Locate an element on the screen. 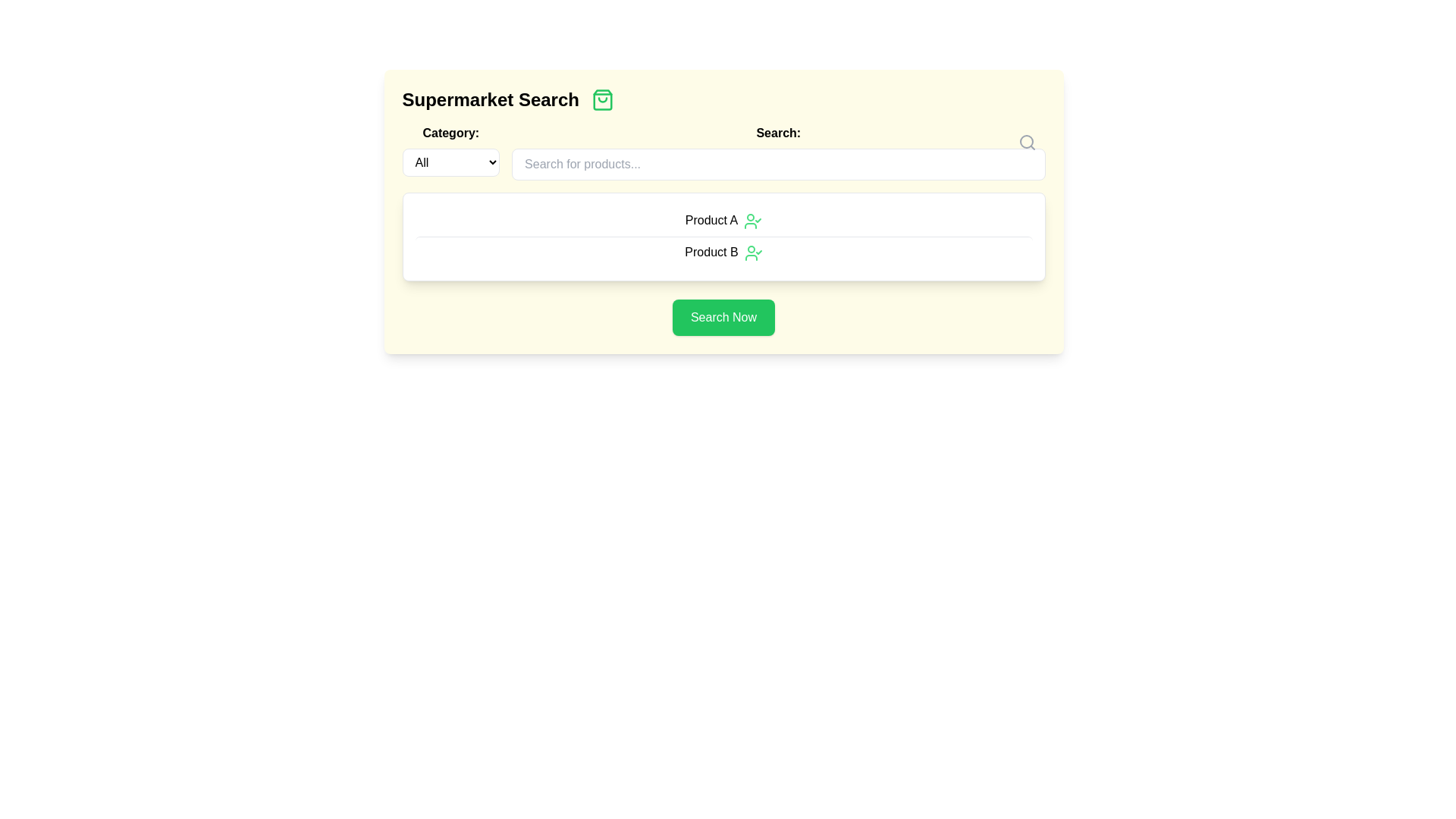  the bold text label reading 'Category:' positioned at the top of the dropdown component is located at coordinates (450, 133).